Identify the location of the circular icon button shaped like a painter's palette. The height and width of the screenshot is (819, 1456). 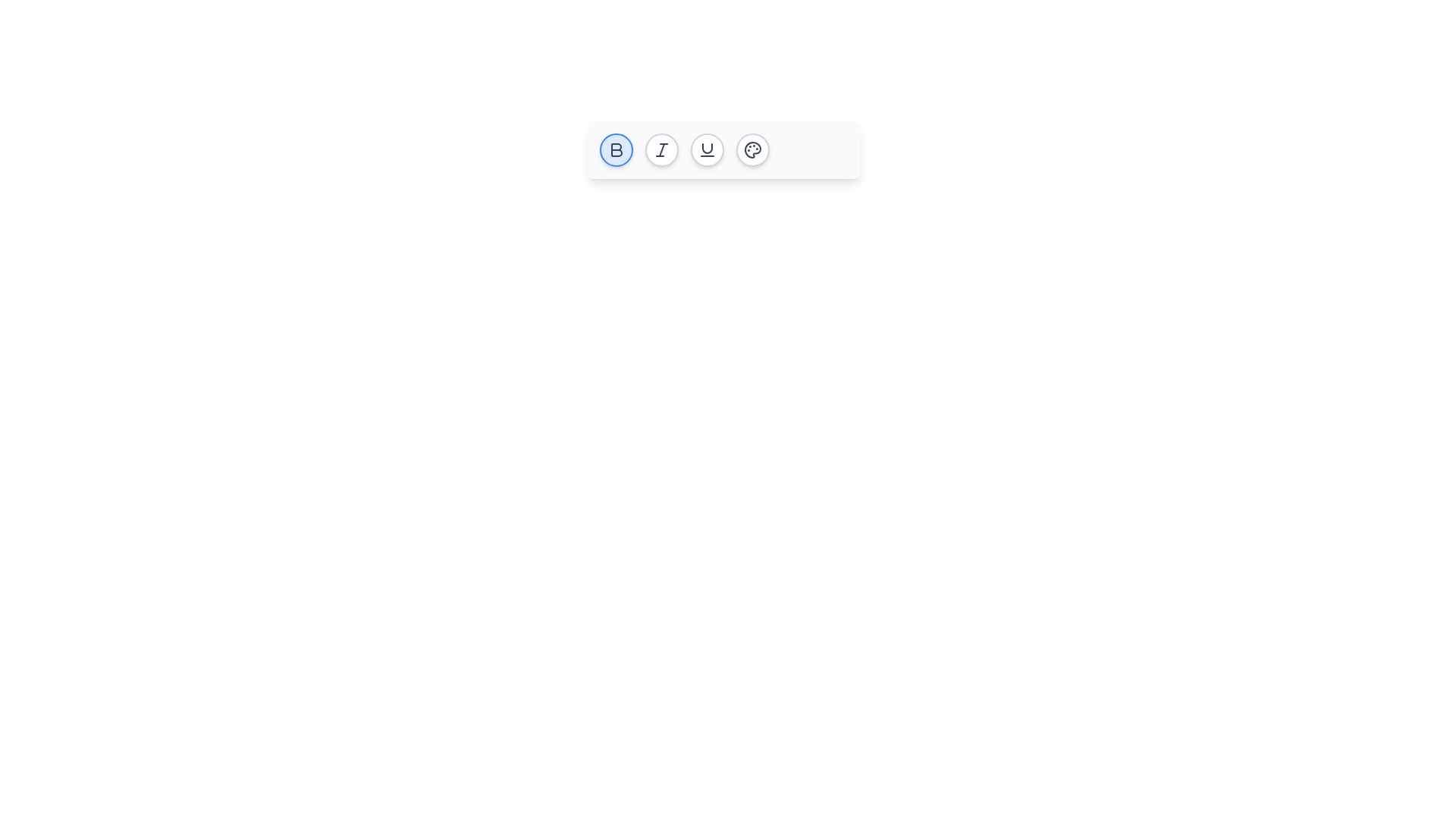
(753, 149).